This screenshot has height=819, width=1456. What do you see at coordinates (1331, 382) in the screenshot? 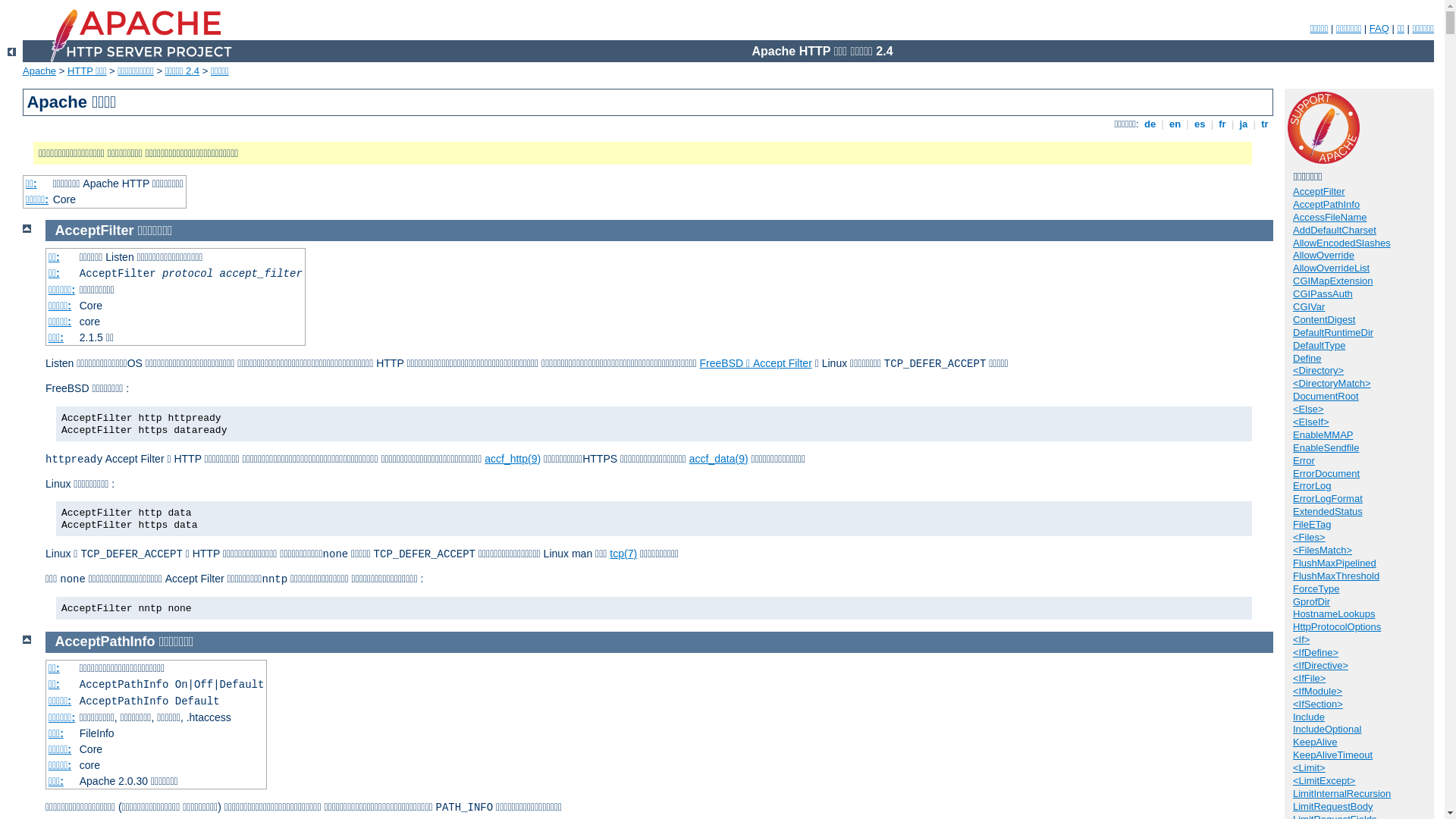
I see `'<DirectoryMatch>'` at bounding box center [1331, 382].